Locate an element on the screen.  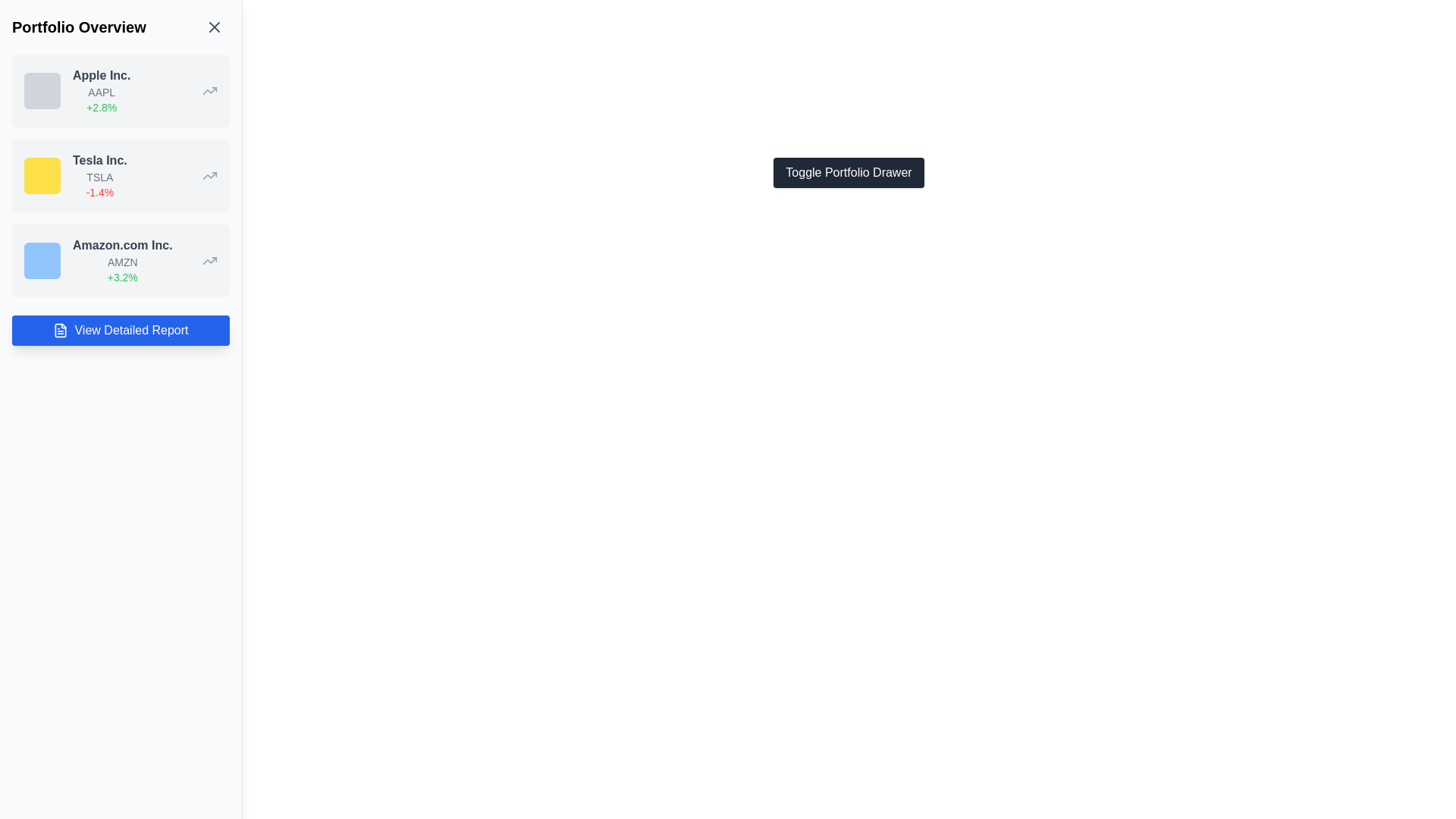
the document icon located in the bottom-left corner of the sidebar, which is part of the 'View Detailed Report' button area is located at coordinates (61, 329).